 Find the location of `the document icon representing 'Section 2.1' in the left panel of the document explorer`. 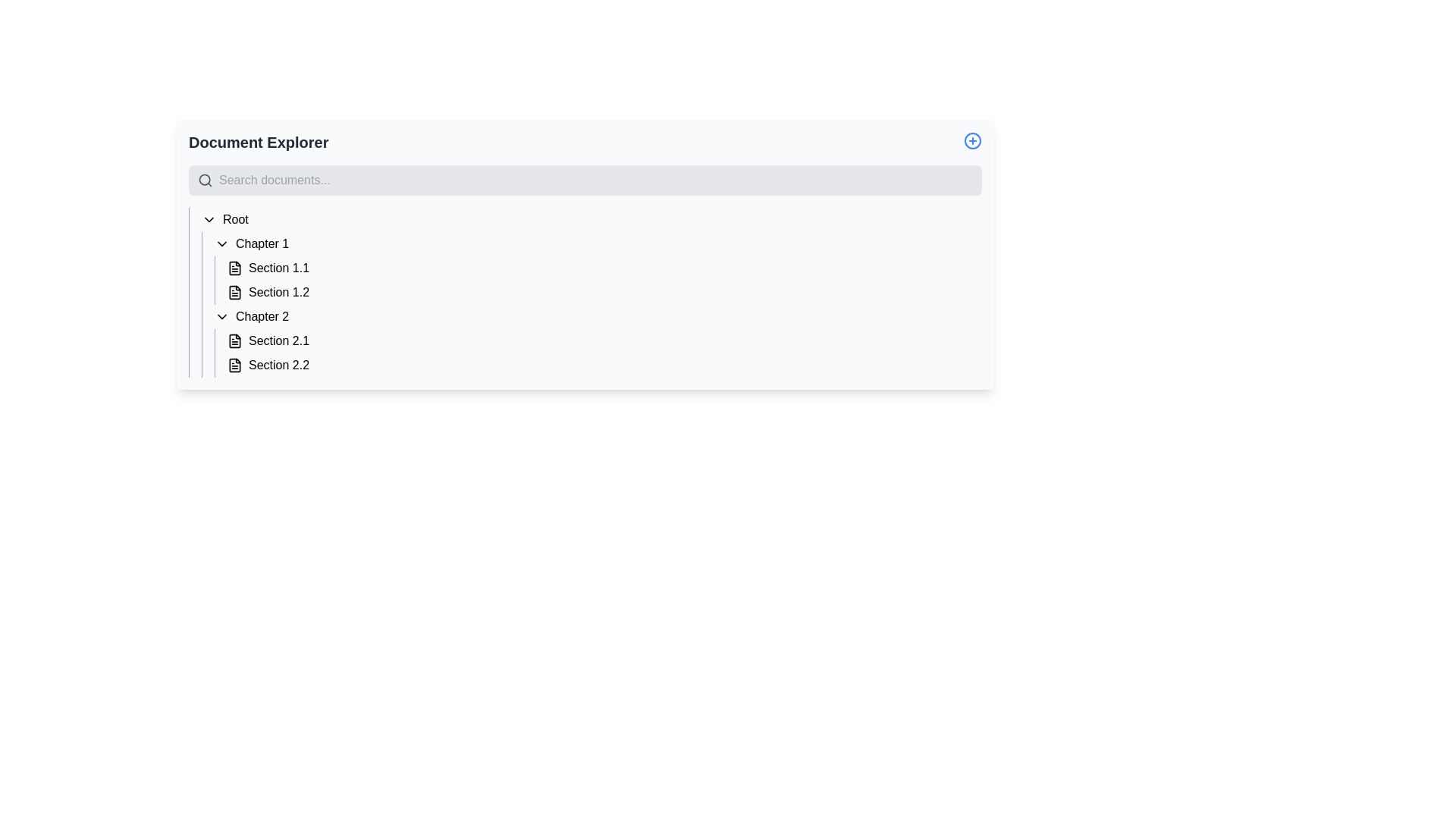

the document icon representing 'Section 2.1' in the left panel of the document explorer is located at coordinates (234, 341).